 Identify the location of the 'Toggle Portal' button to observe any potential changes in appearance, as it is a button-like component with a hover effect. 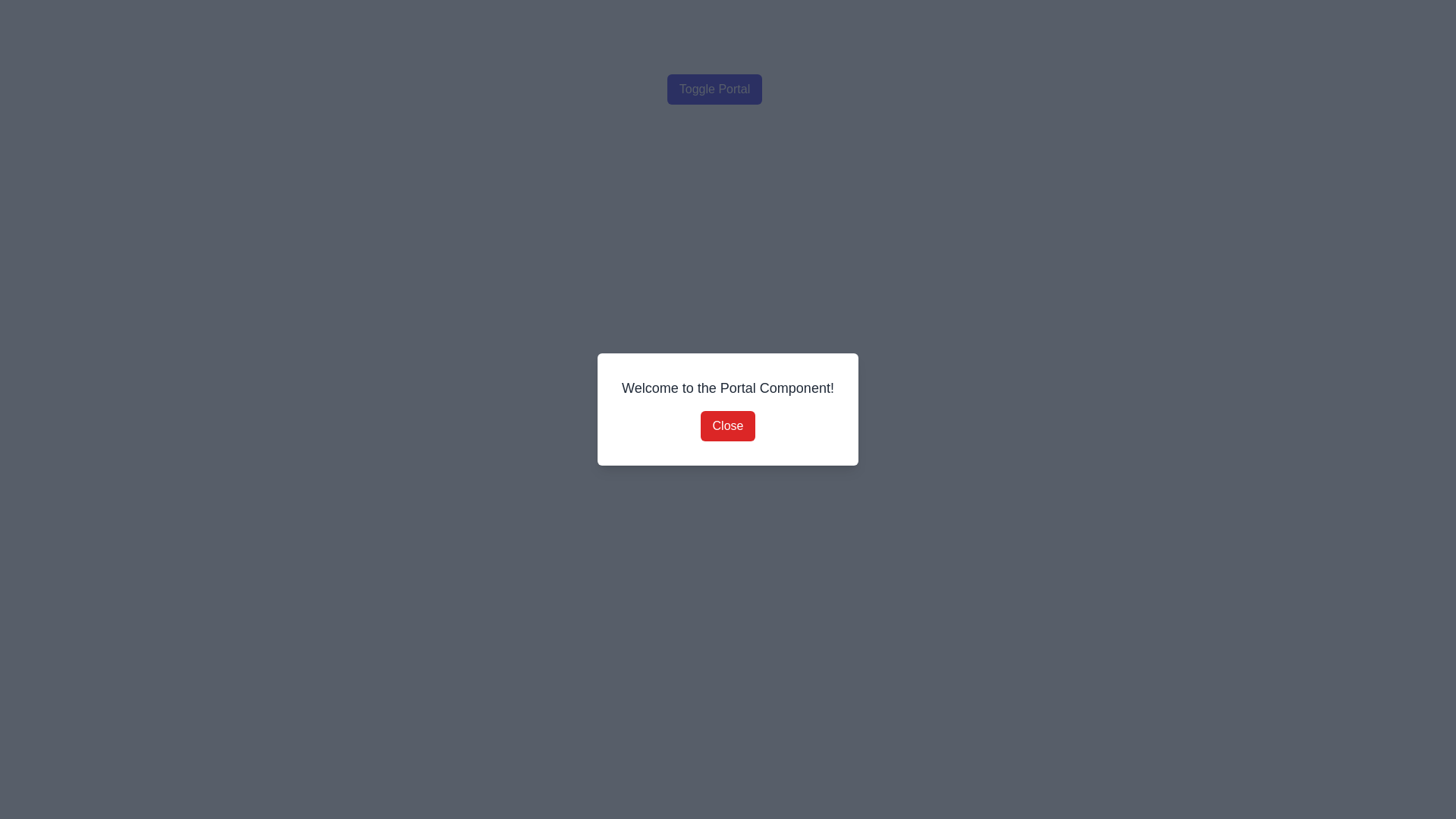
(714, 89).